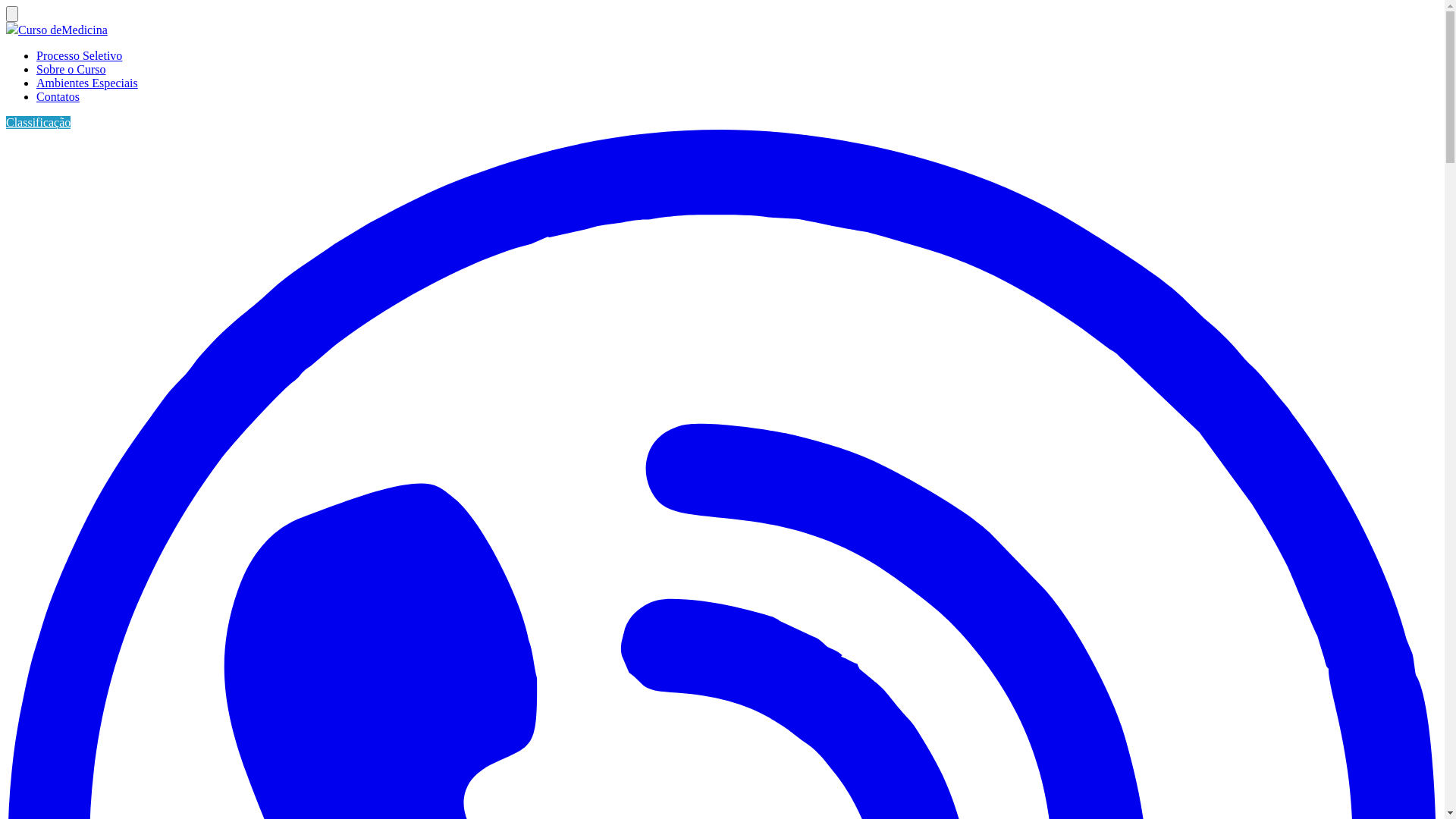 The width and height of the screenshot is (1456, 819). I want to click on 'Curso deMedicina', so click(61, 30).